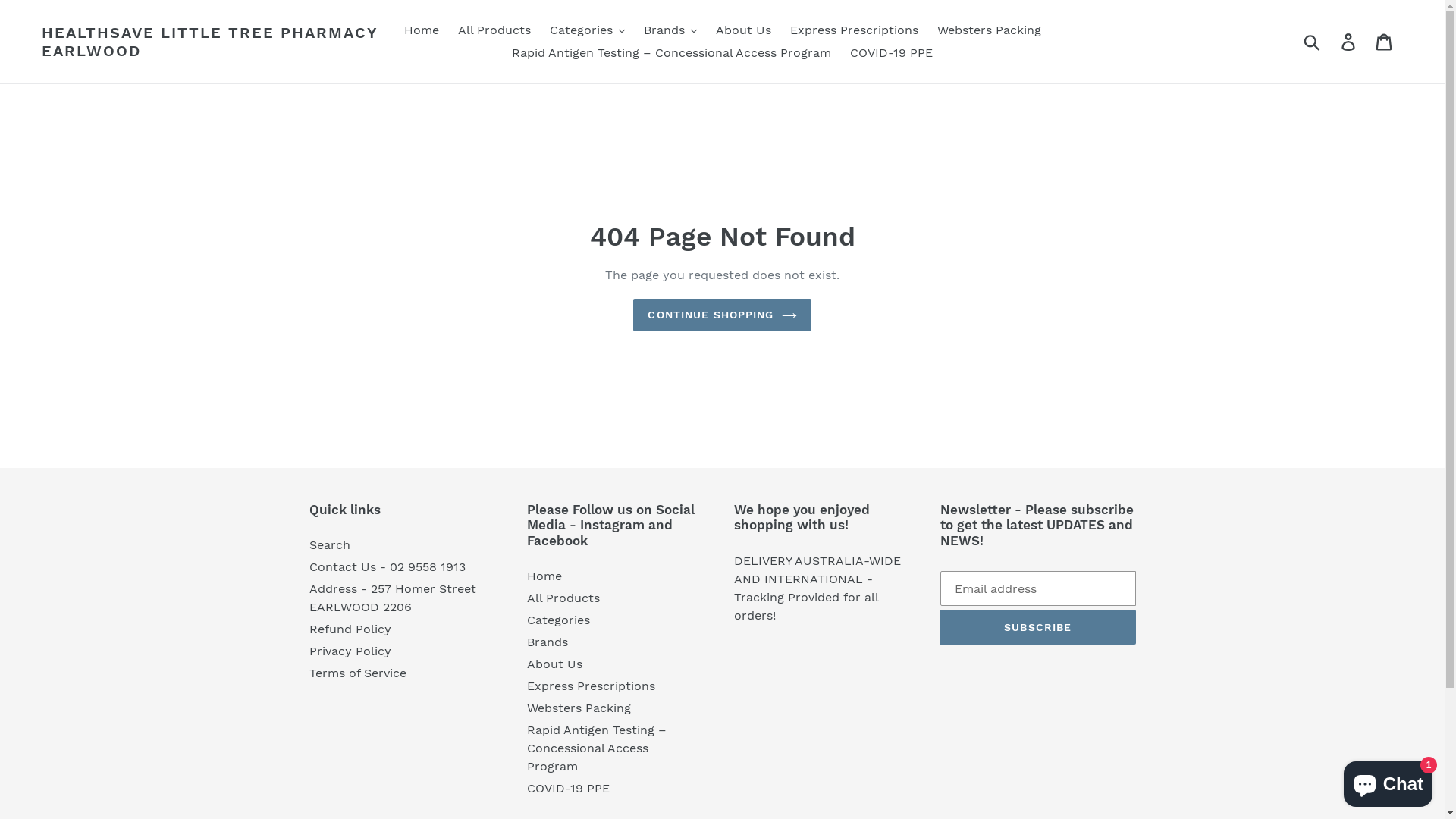  I want to click on 'COVID-19 PPE', so click(841, 52).